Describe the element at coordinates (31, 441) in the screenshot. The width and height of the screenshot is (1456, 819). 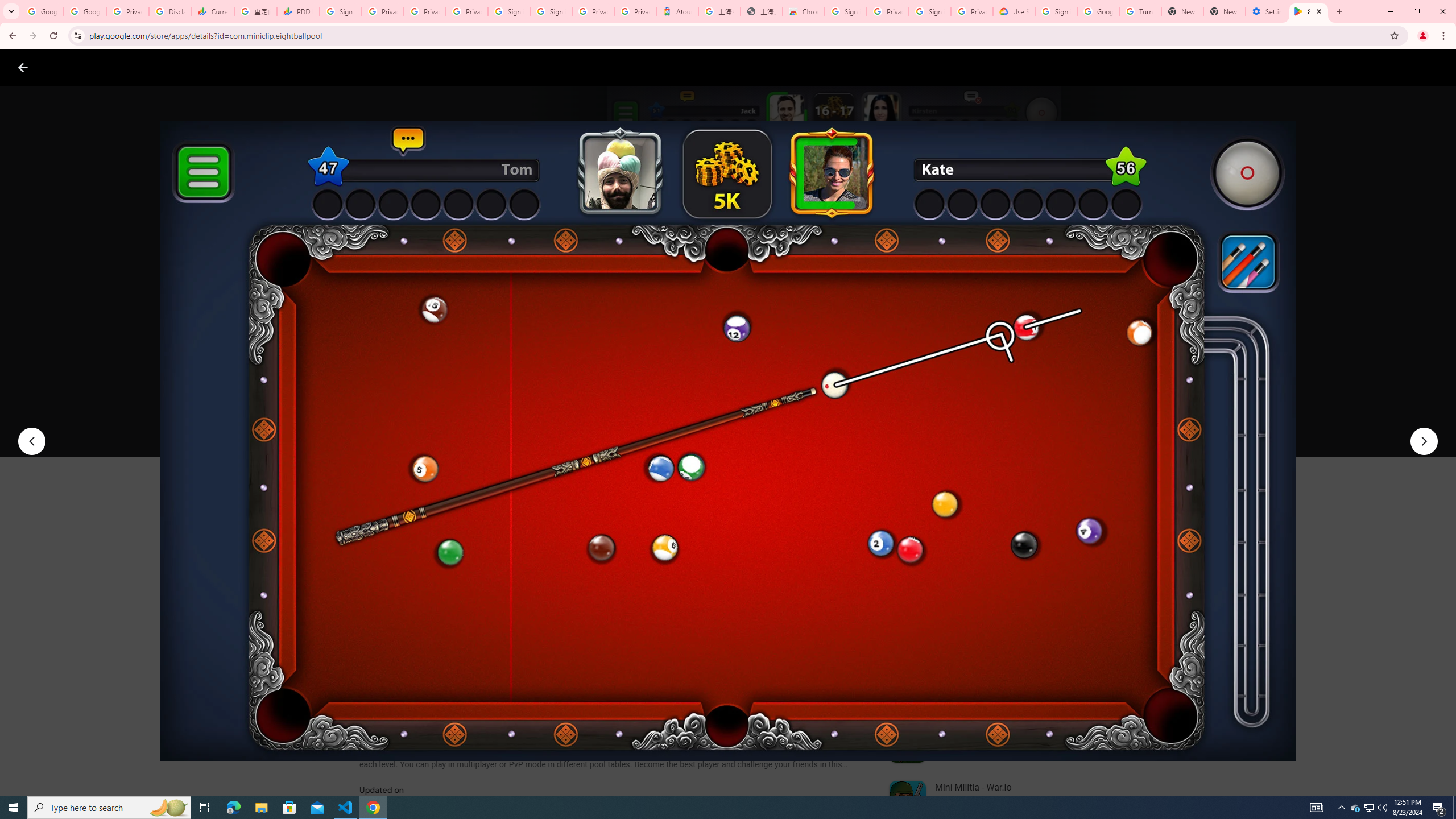
I see `'Previous'` at that location.